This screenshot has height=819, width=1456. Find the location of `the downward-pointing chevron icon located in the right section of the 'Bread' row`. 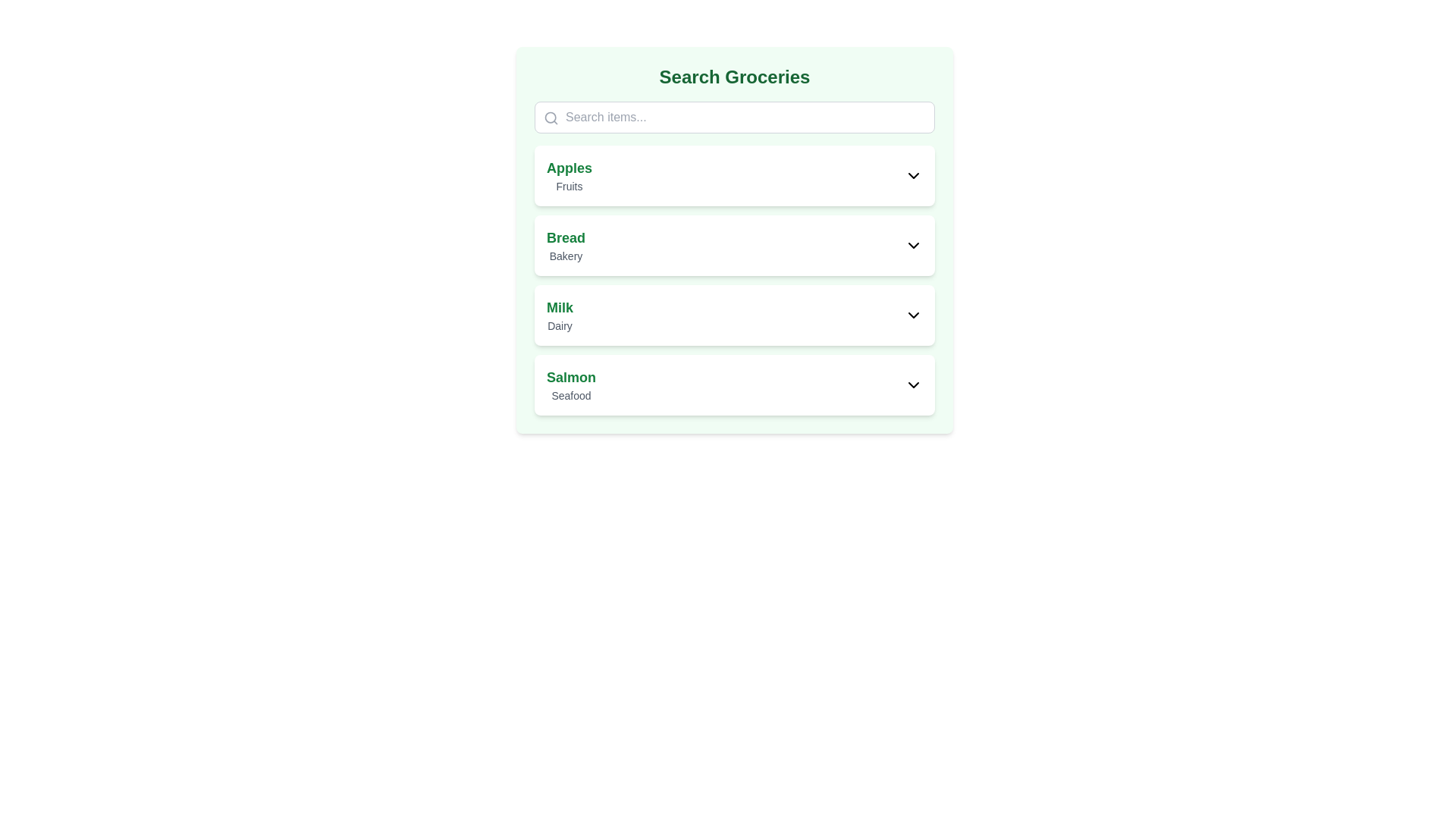

the downward-pointing chevron icon located in the right section of the 'Bread' row is located at coordinates (912, 245).